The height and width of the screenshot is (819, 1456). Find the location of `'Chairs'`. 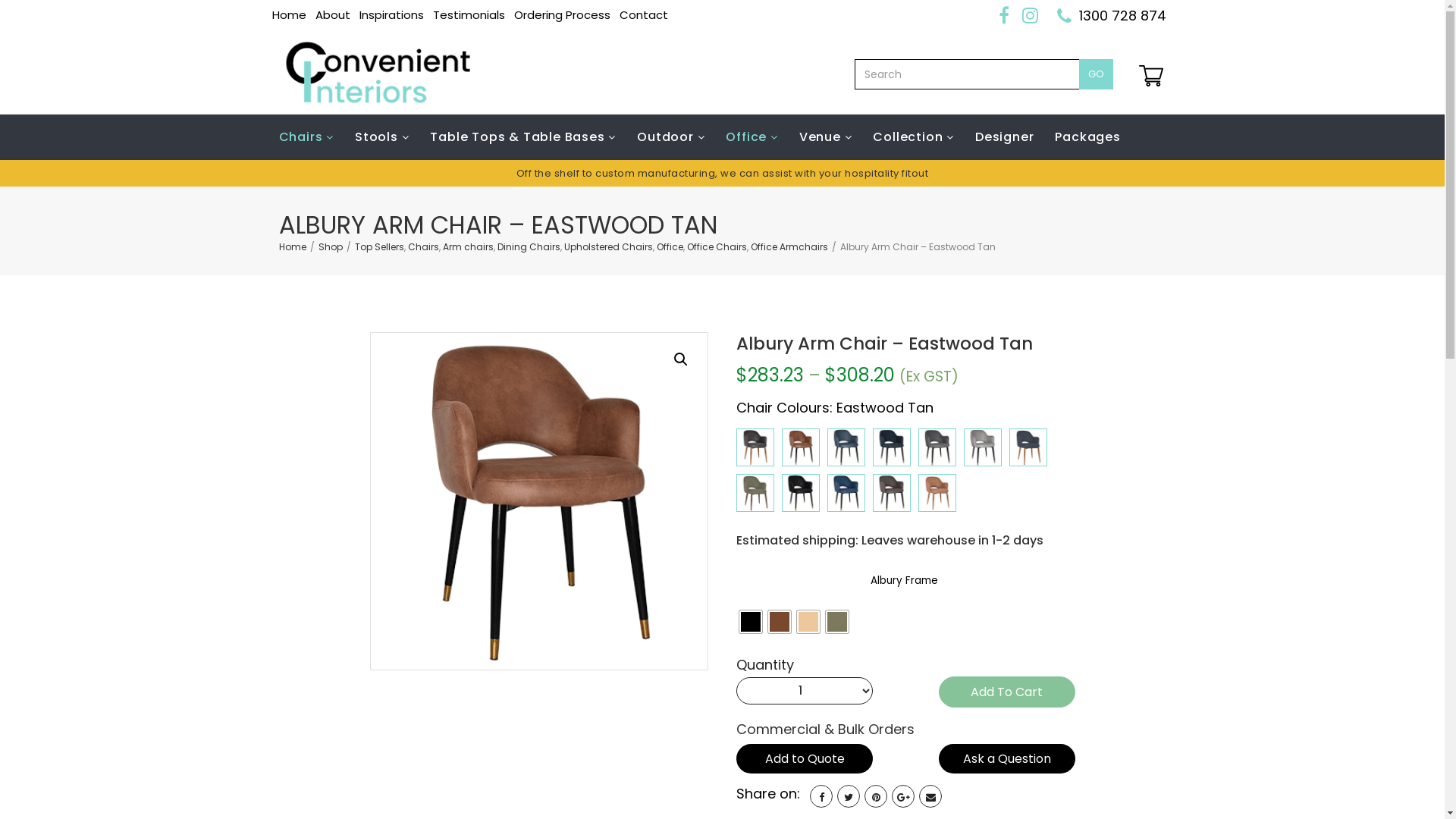

'Chairs' is located at coordinates (423, 246).